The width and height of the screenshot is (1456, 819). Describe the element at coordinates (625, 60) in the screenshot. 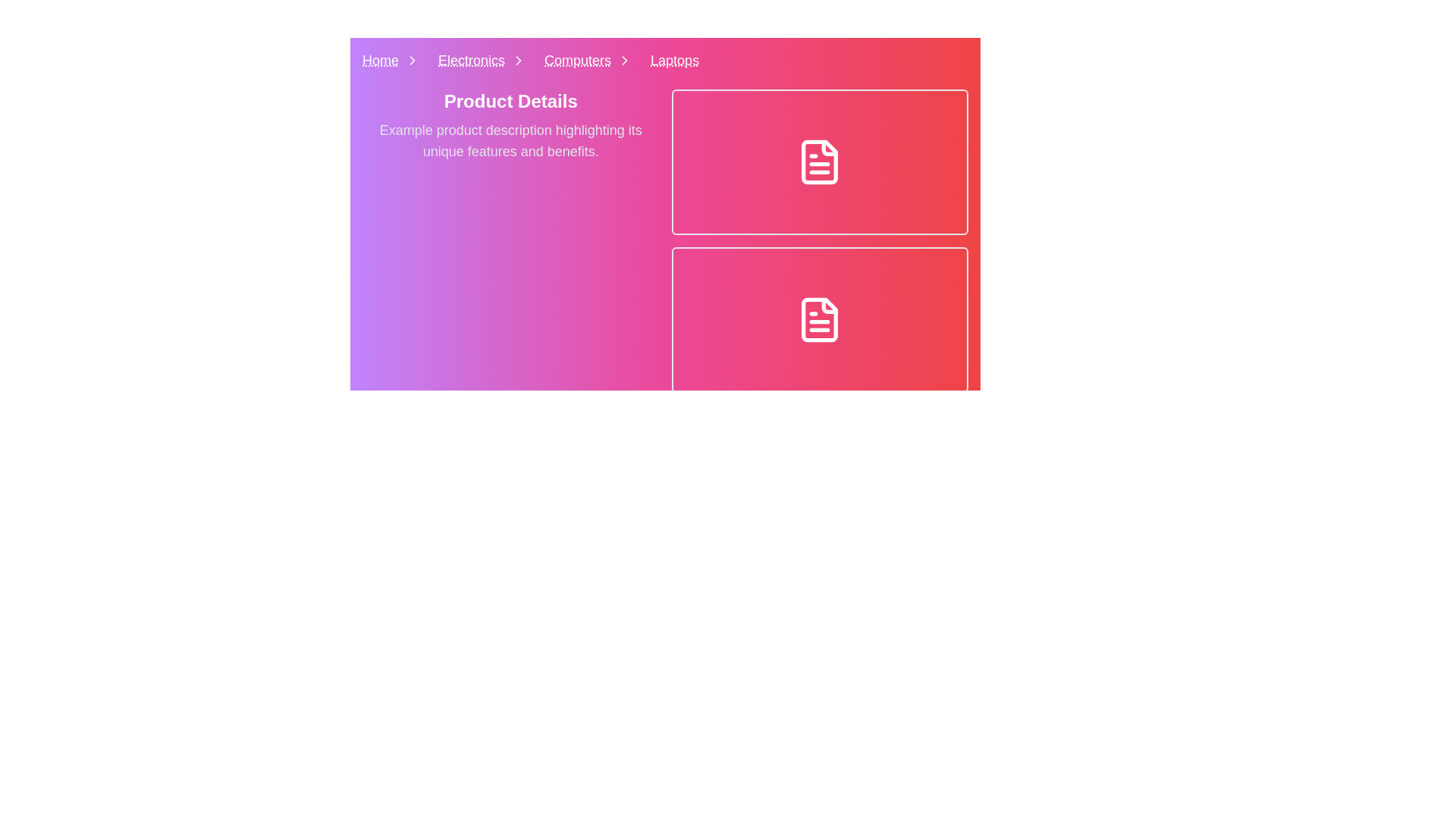

I see `the small right-chevron icon in the breadcrumb navigation that indicates navigation or expansion, located to the immediate right of the 'Computers' text element` at that location.